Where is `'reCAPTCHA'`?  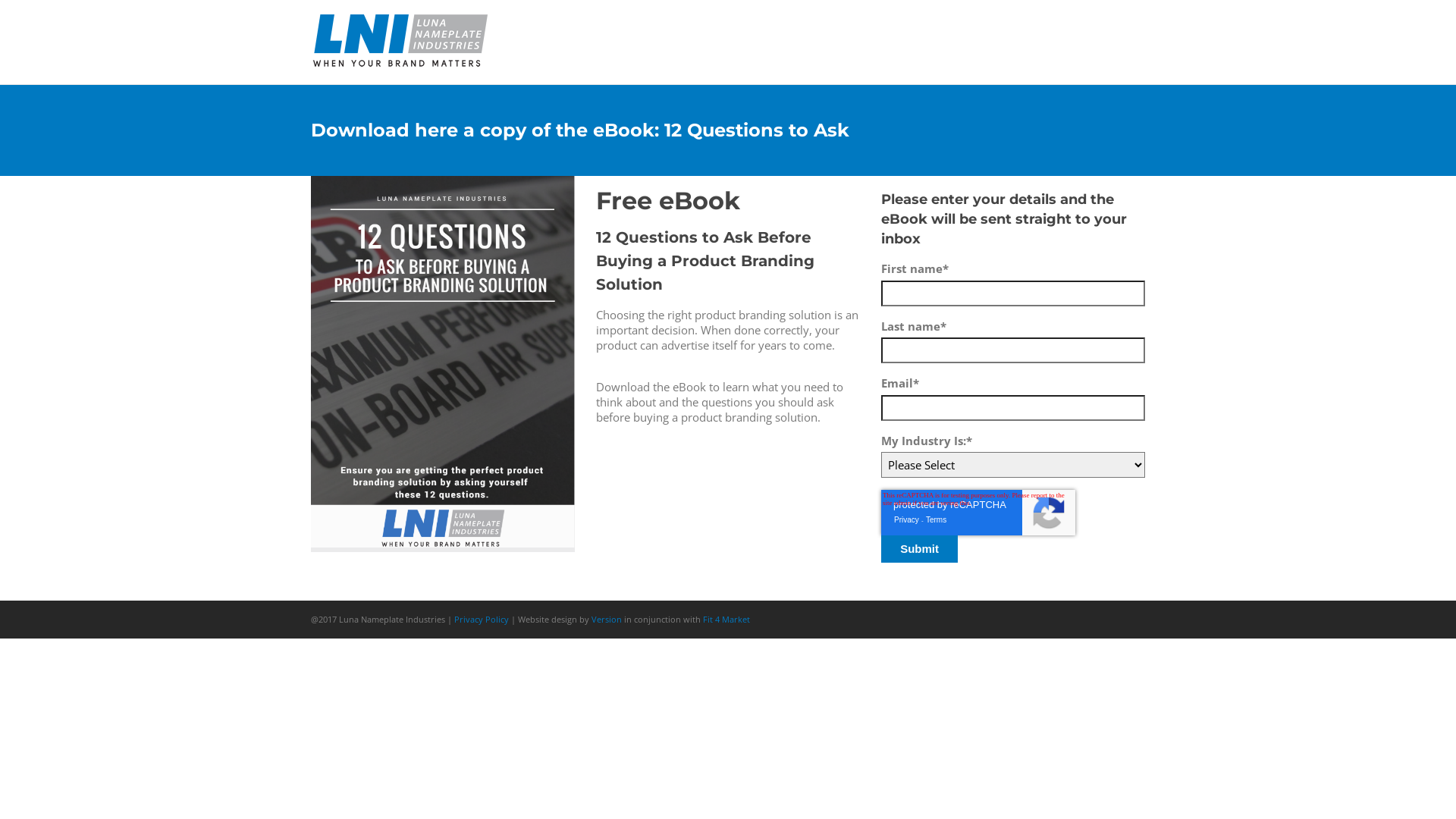
'reCAPTCHA' is located at coordinates (978, 512).